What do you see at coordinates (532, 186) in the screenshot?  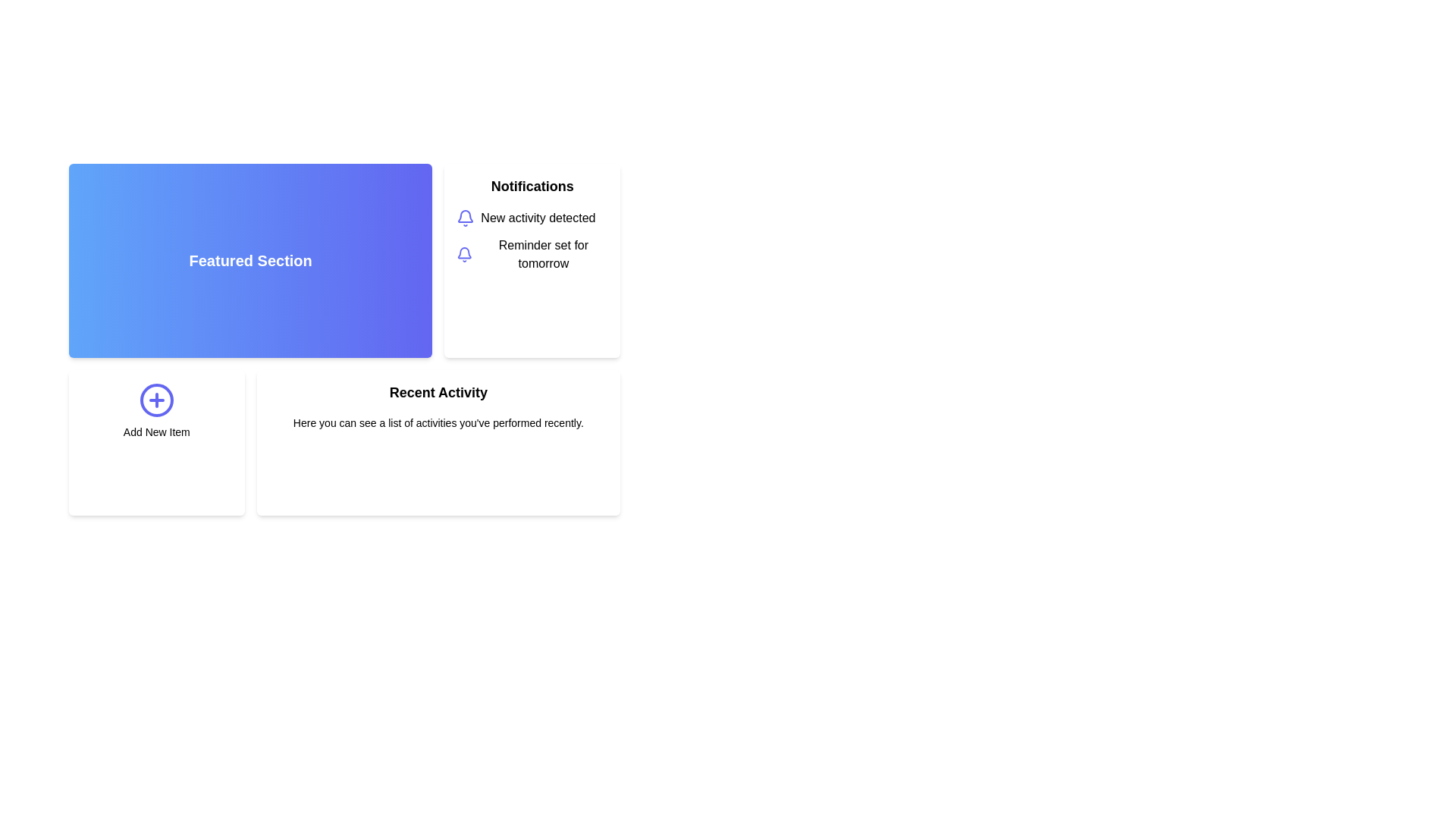 I see `the 'Notifications' text label, which is the bold header of a card section in the upper right area of the interface` at bounding box center [532, 186].